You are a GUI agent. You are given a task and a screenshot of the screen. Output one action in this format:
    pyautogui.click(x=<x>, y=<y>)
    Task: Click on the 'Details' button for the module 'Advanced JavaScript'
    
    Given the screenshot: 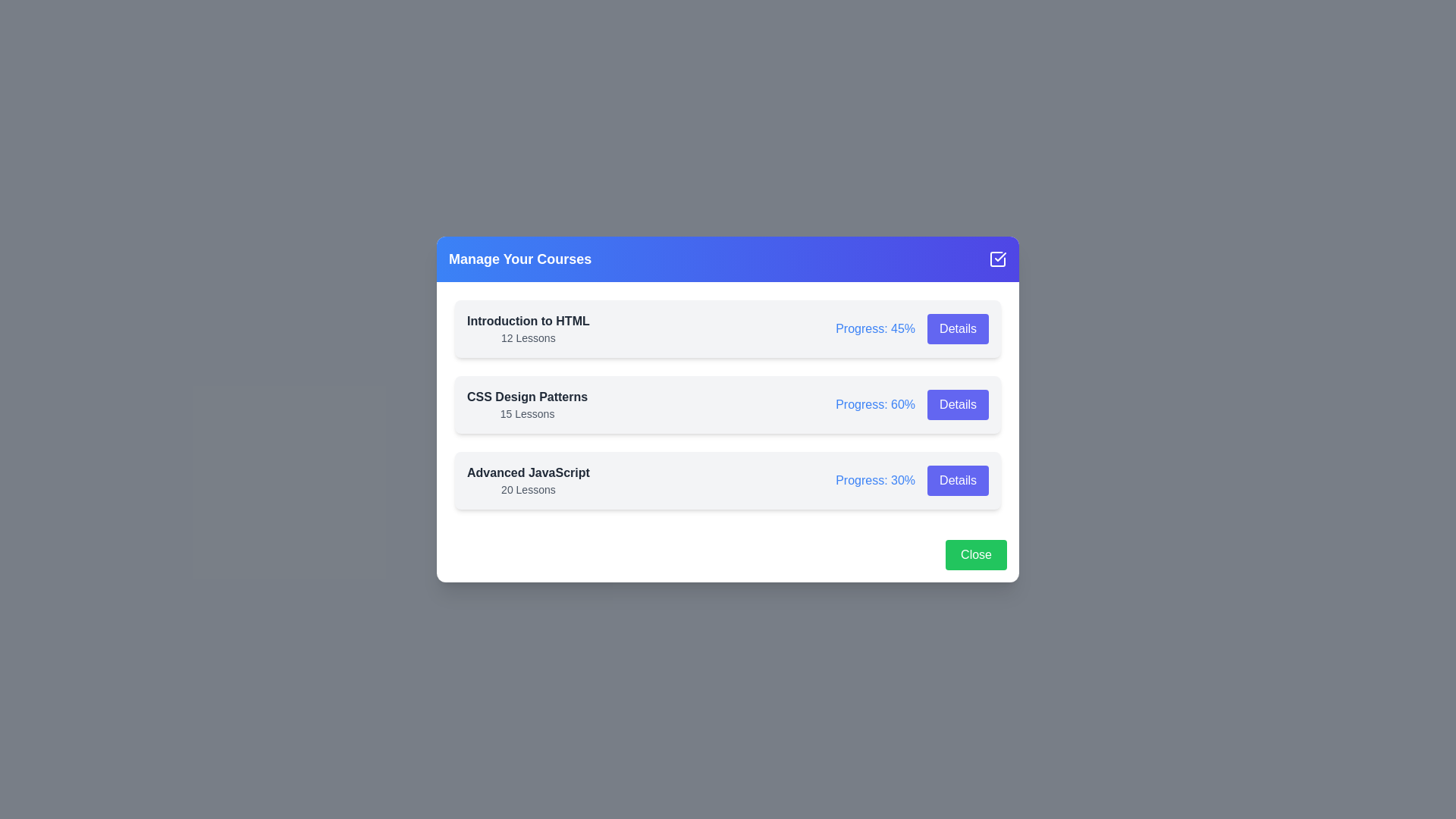 What is the action you would take?
    pyautogui.click(x=957, y=480)
    